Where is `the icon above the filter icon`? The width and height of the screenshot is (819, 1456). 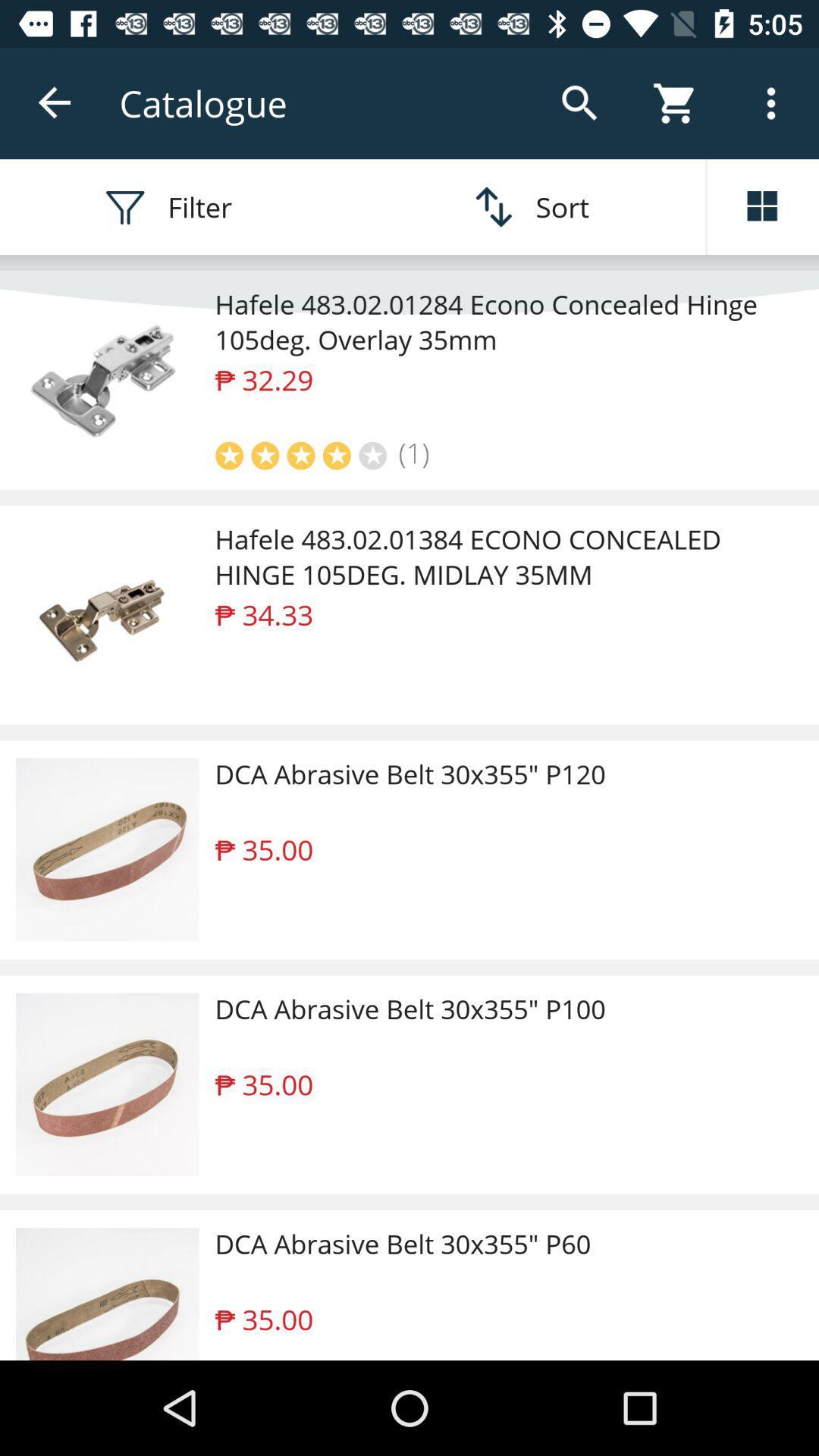 the icon above the filter icon is located at coordinates (55, 102).